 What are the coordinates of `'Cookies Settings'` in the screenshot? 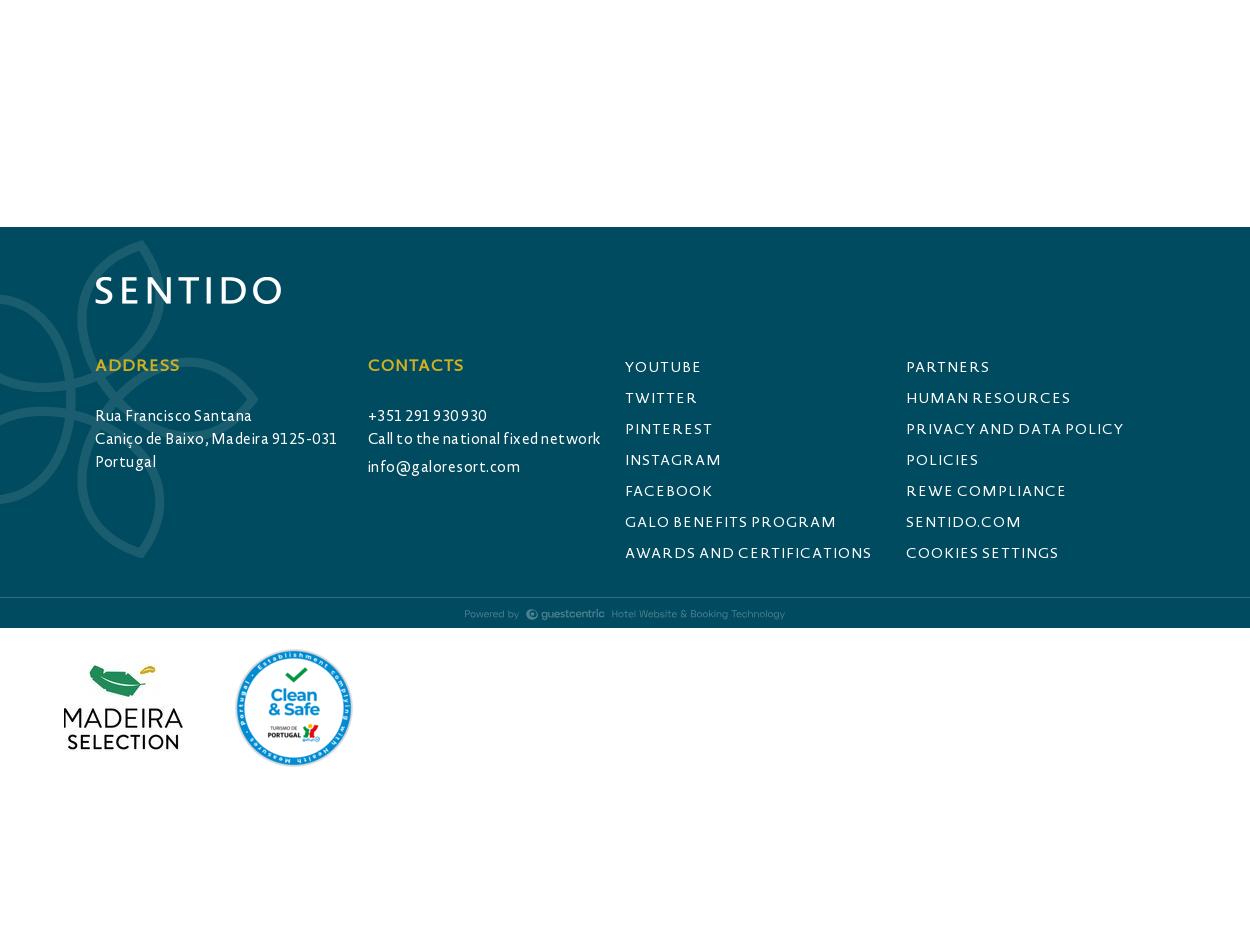 It's located at (980, 553).